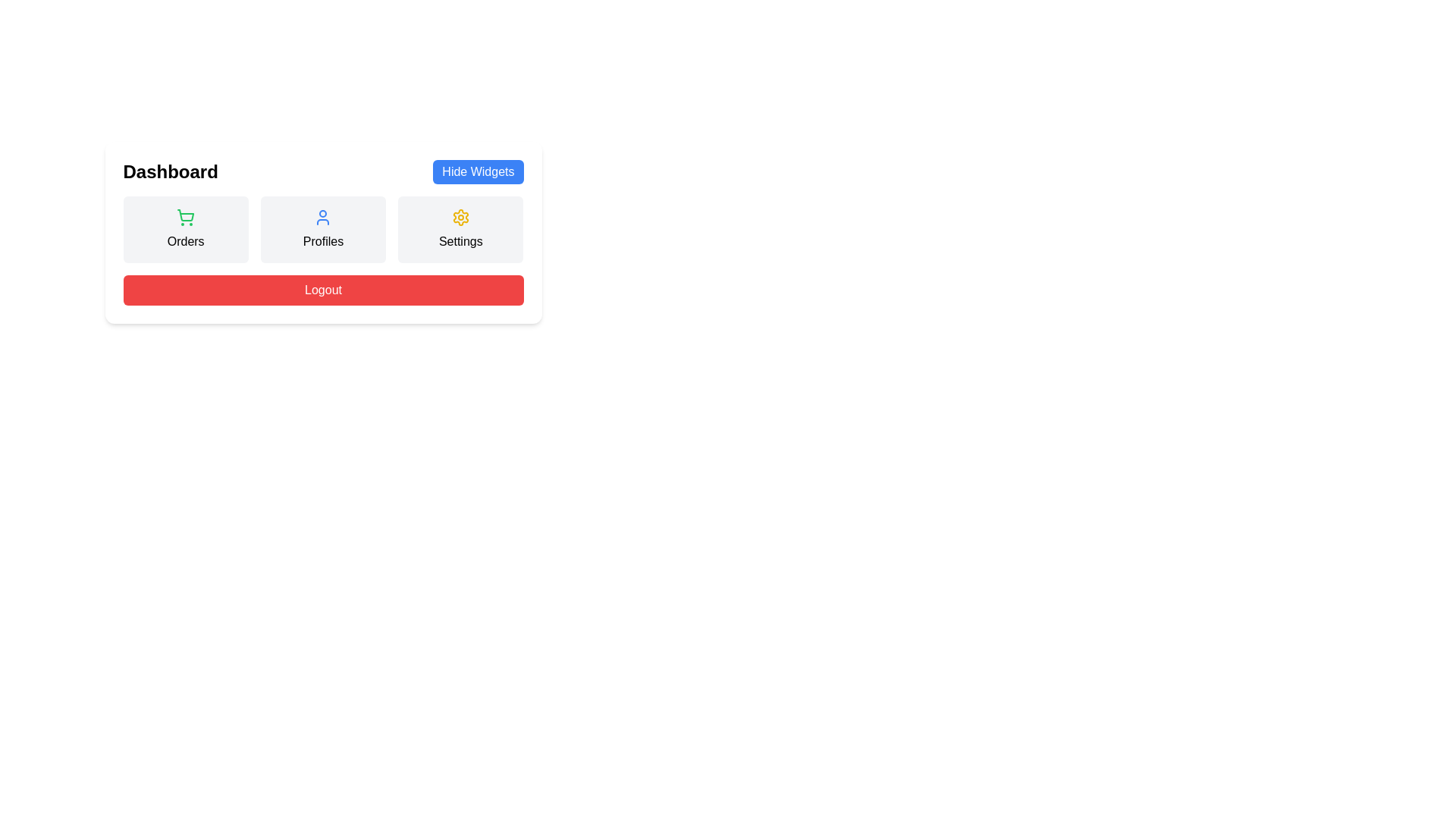 Image resolution: width=1456 pixels, height=819 pixels. I want to click on the blue-colored user profile icon, which is a minimalist circular head and shoulders outline located at the center of the 'Profiles' card, positioned above the text 'Profiles.', so click(322, 217).